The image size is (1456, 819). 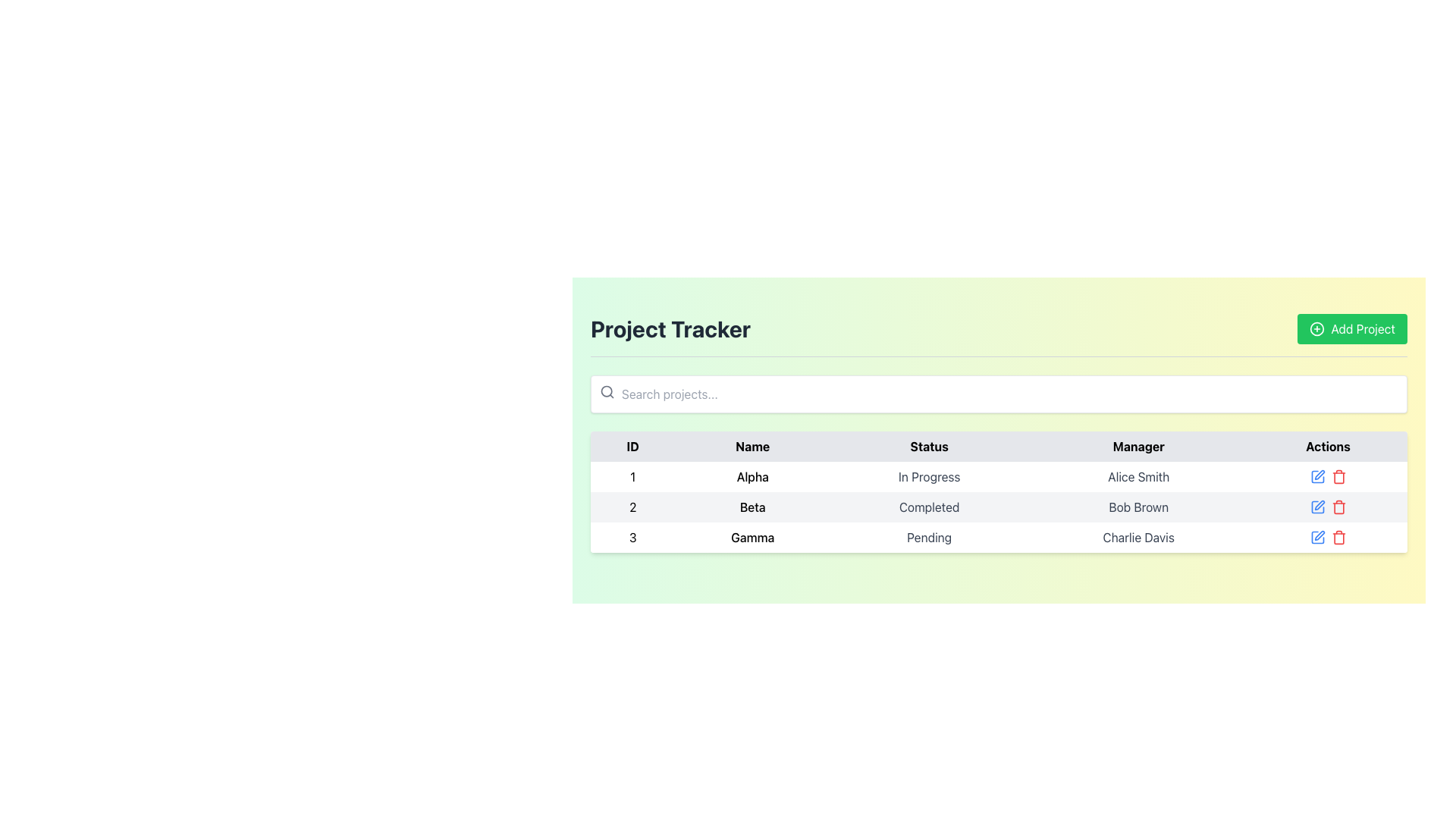 What do you see at coordinates (752, 475) in the screenshot?
I see `the Text label representing the project name located in the second column of the first row of the table grid, which is under the 'Name' heading and positioned between the 'ID' column and the 'Status' column` at bounding box center [752, 475].